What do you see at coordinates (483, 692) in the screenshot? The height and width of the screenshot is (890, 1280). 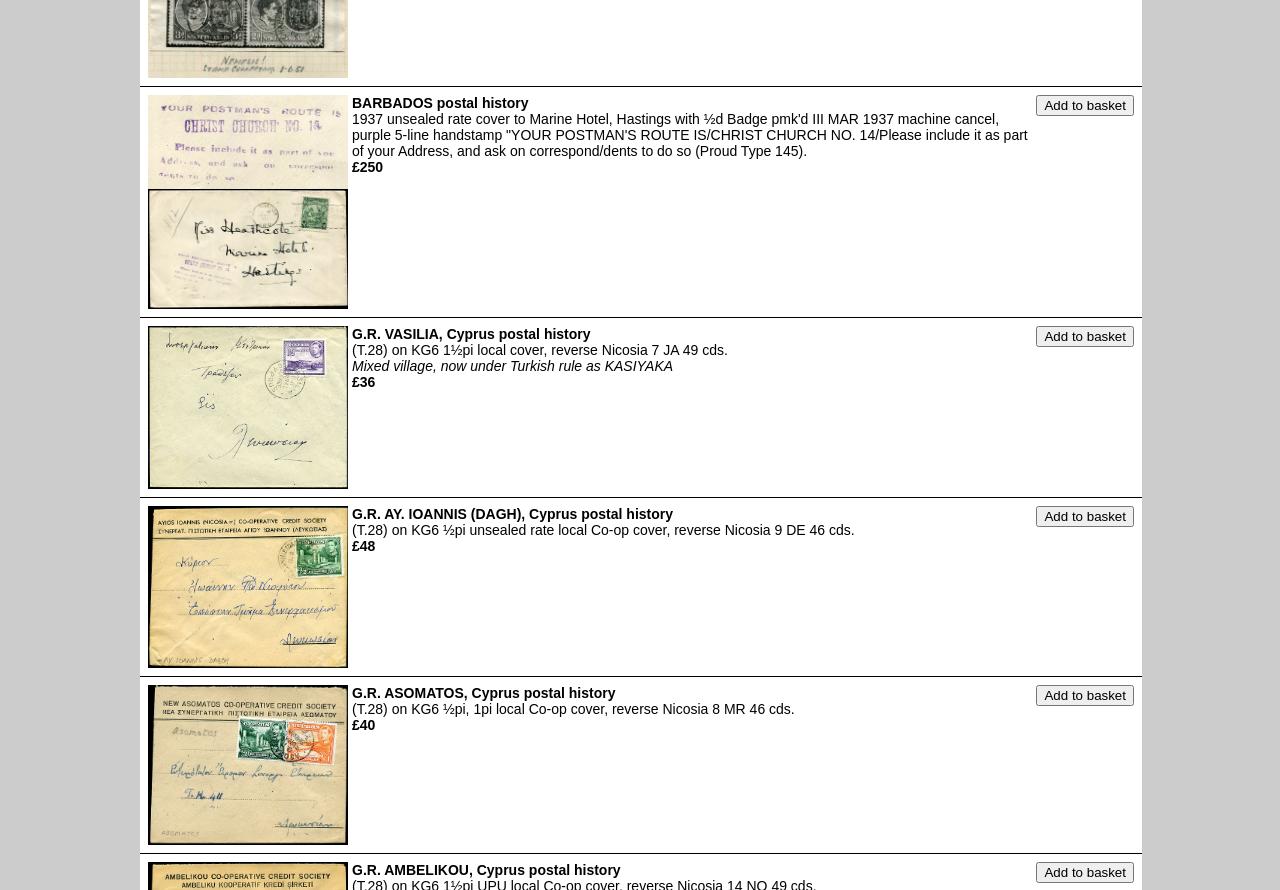 I see `'G.R. ASOMATOS, Cyprus postal history'` at bounding box center [483, 692].